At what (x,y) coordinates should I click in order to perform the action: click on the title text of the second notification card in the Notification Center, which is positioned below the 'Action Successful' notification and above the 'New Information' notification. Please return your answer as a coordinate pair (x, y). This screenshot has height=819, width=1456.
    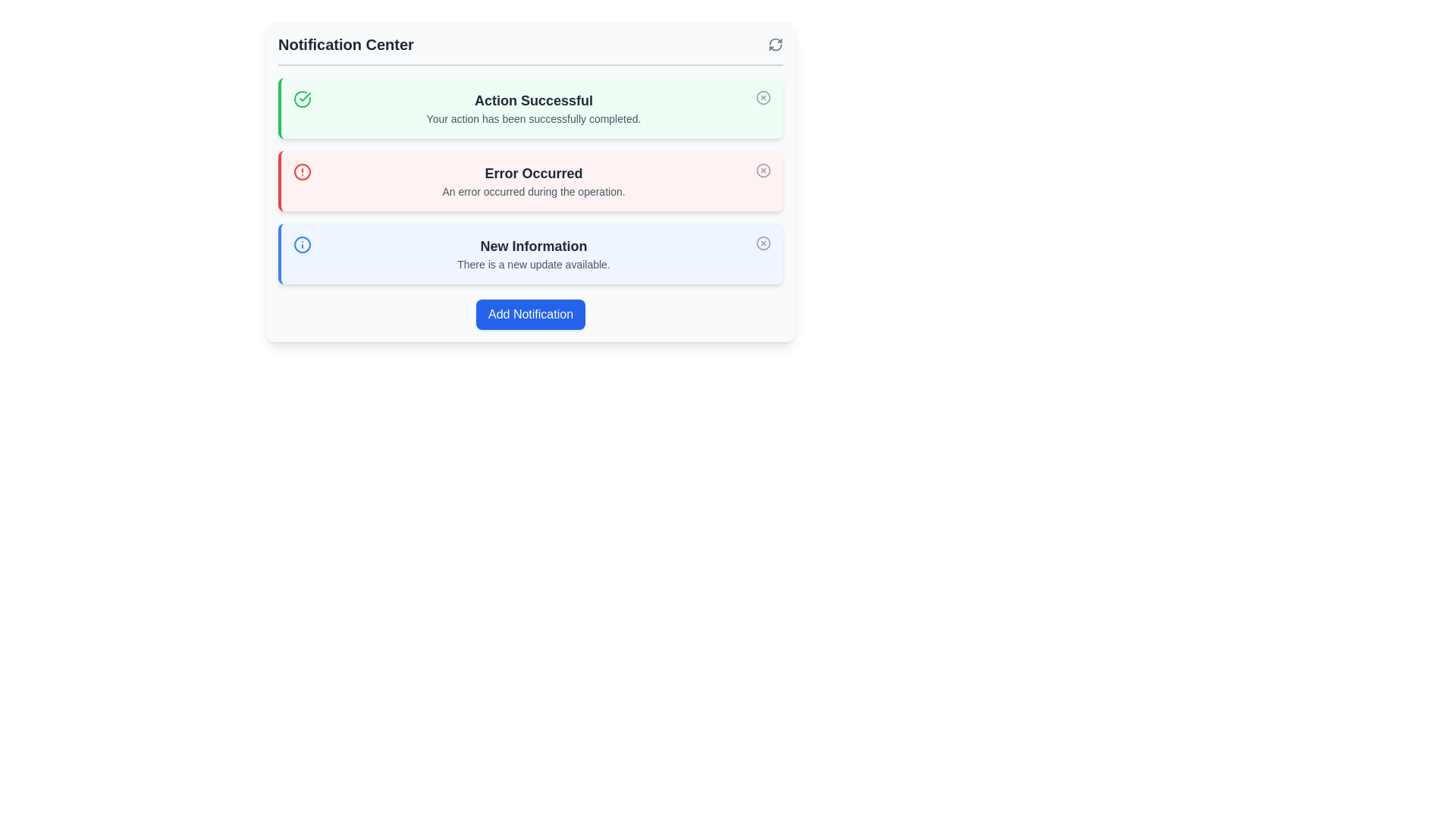
    Looking at the image, I should click on (534, 172).